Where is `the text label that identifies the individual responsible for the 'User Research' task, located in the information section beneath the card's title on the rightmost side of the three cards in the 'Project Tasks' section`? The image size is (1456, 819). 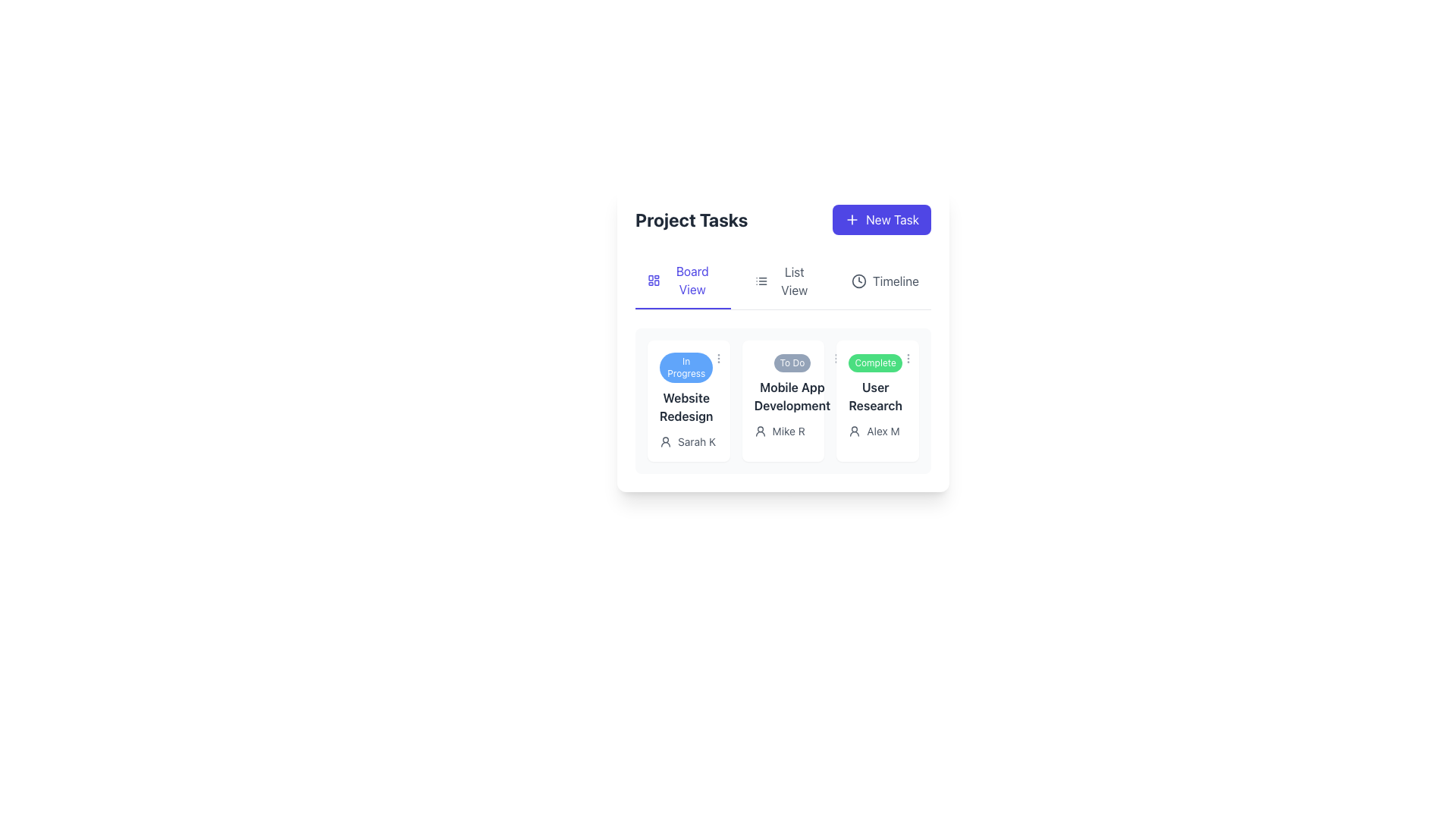
the text label that identifies the individual responsible for the 'User Research' task, located in the information section beneath the card's title on the rightmost side of the three cards in the 'Project Tasks' section is located at coordinates (883, 431).